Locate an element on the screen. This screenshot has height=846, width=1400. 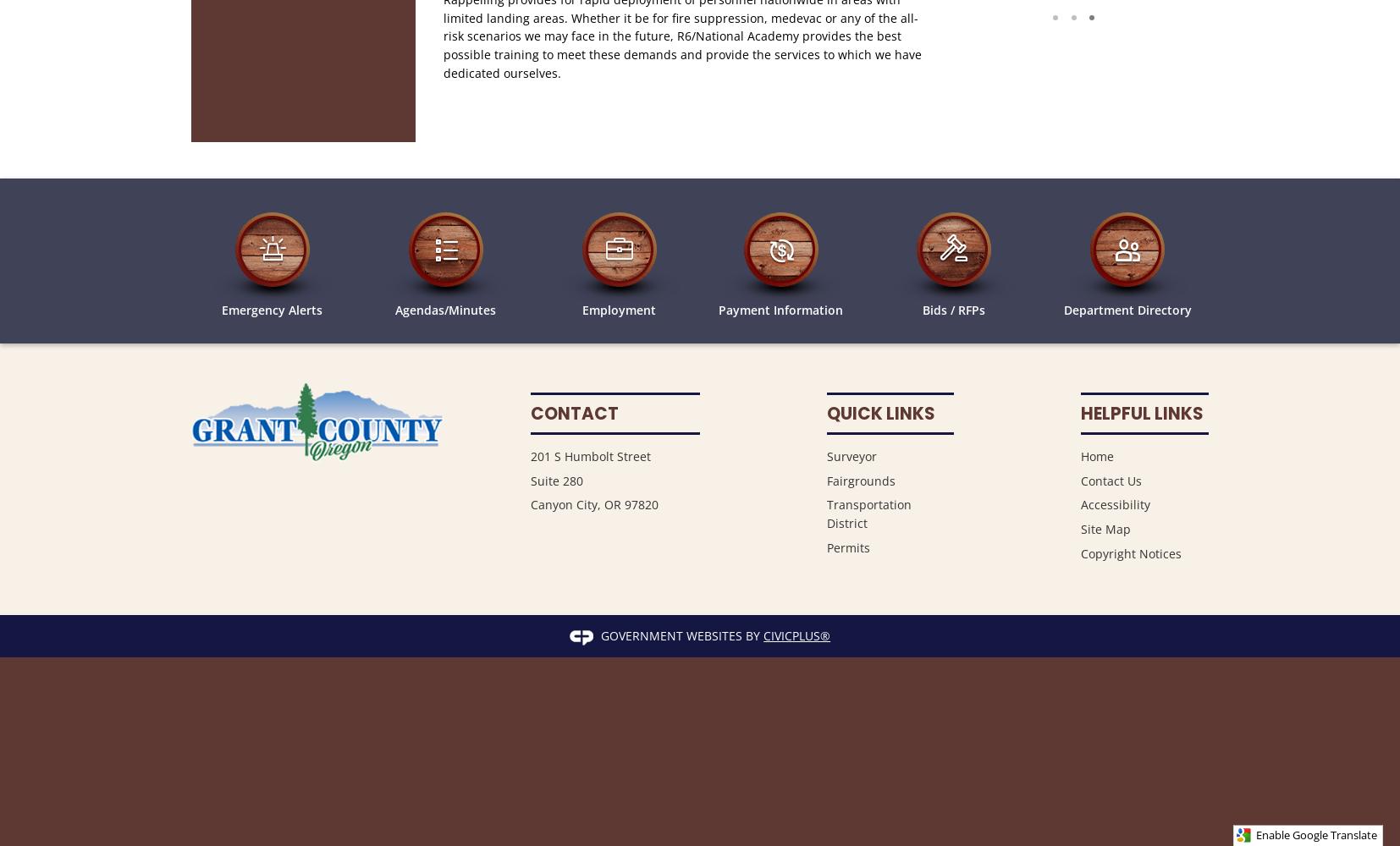
'Agendas/Minutes' is located at coordinates (445, 308).